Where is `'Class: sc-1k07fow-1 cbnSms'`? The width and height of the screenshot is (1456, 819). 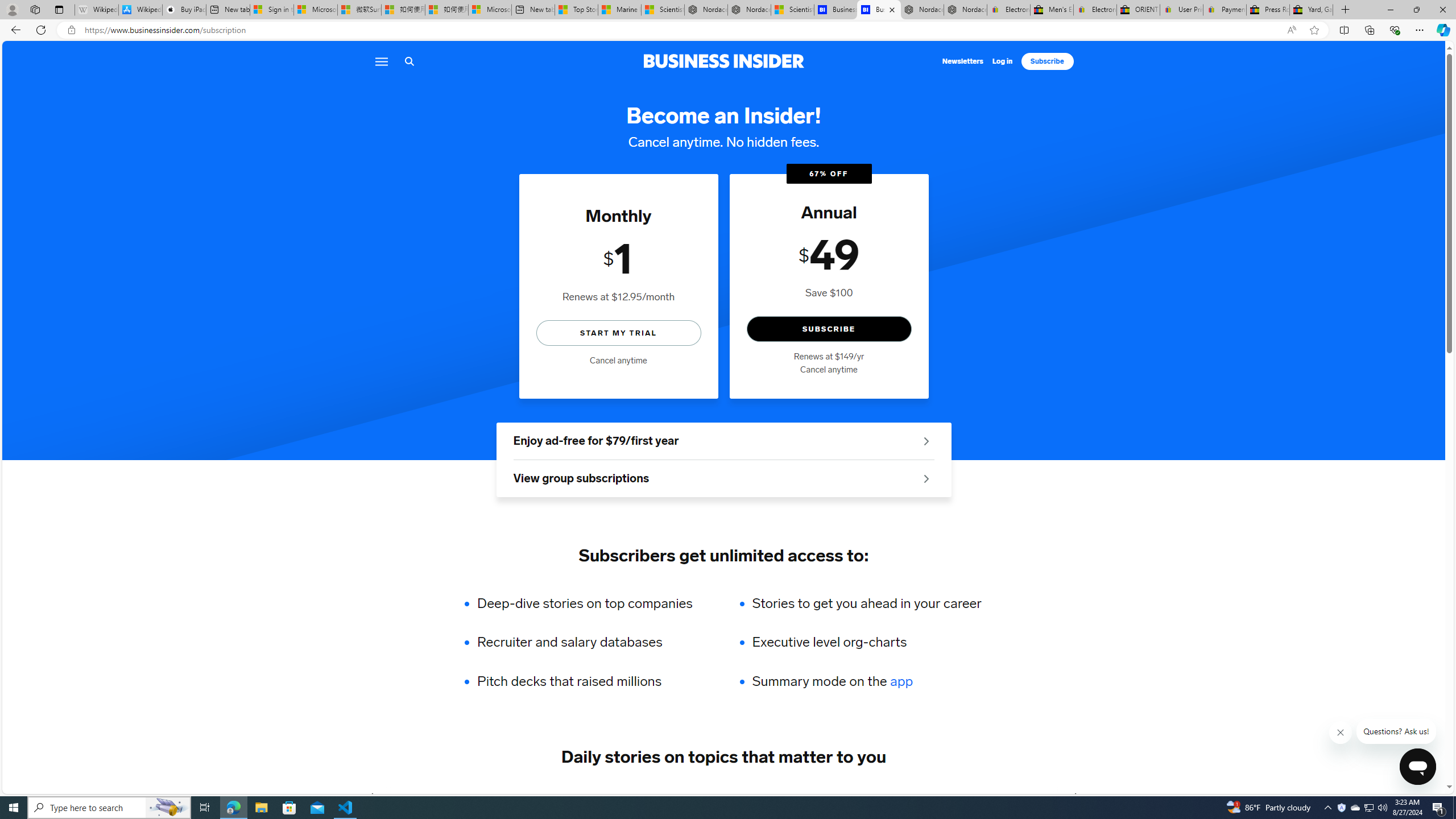 'Class: sc-1k07fow-1 cbnSms' is located at coordinates (1417, 766).